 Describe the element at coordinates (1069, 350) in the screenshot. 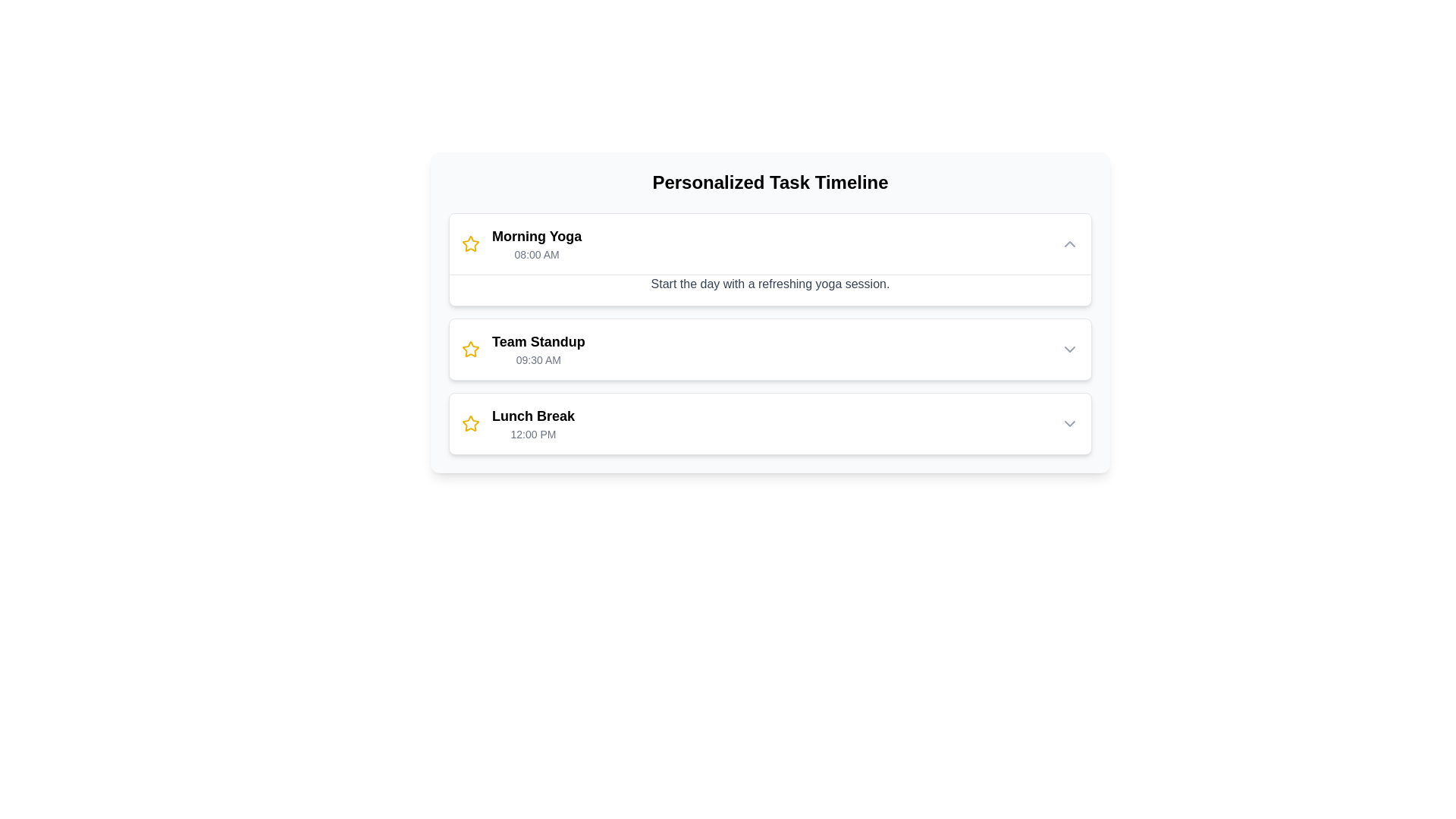

I see `the chevron icon in the top-right corner of the 'Team Standup' task card` at that location.